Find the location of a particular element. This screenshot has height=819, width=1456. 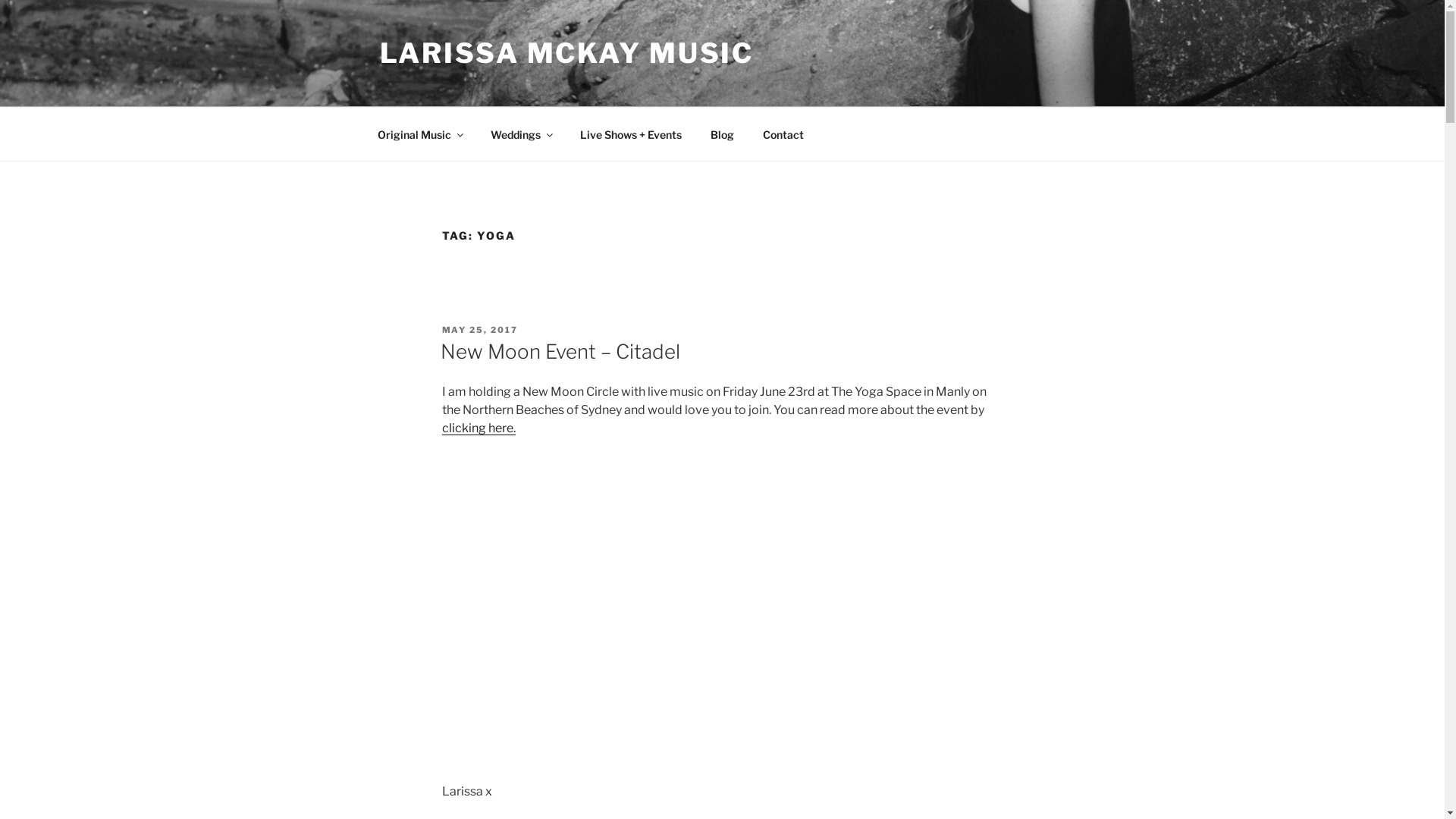

'Original Music' is located at coordinates (419, 133).